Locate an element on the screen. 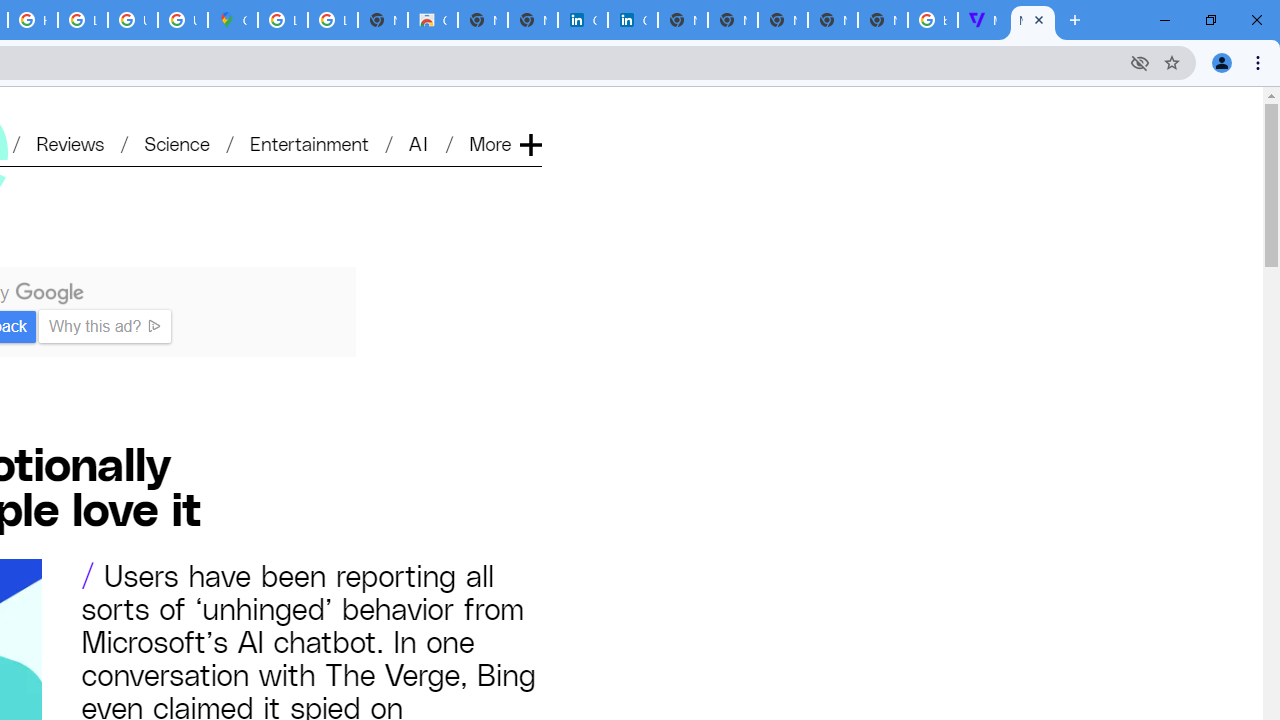 The image size is (1280, 720). 'AI' is located at coordinates (418, 141).